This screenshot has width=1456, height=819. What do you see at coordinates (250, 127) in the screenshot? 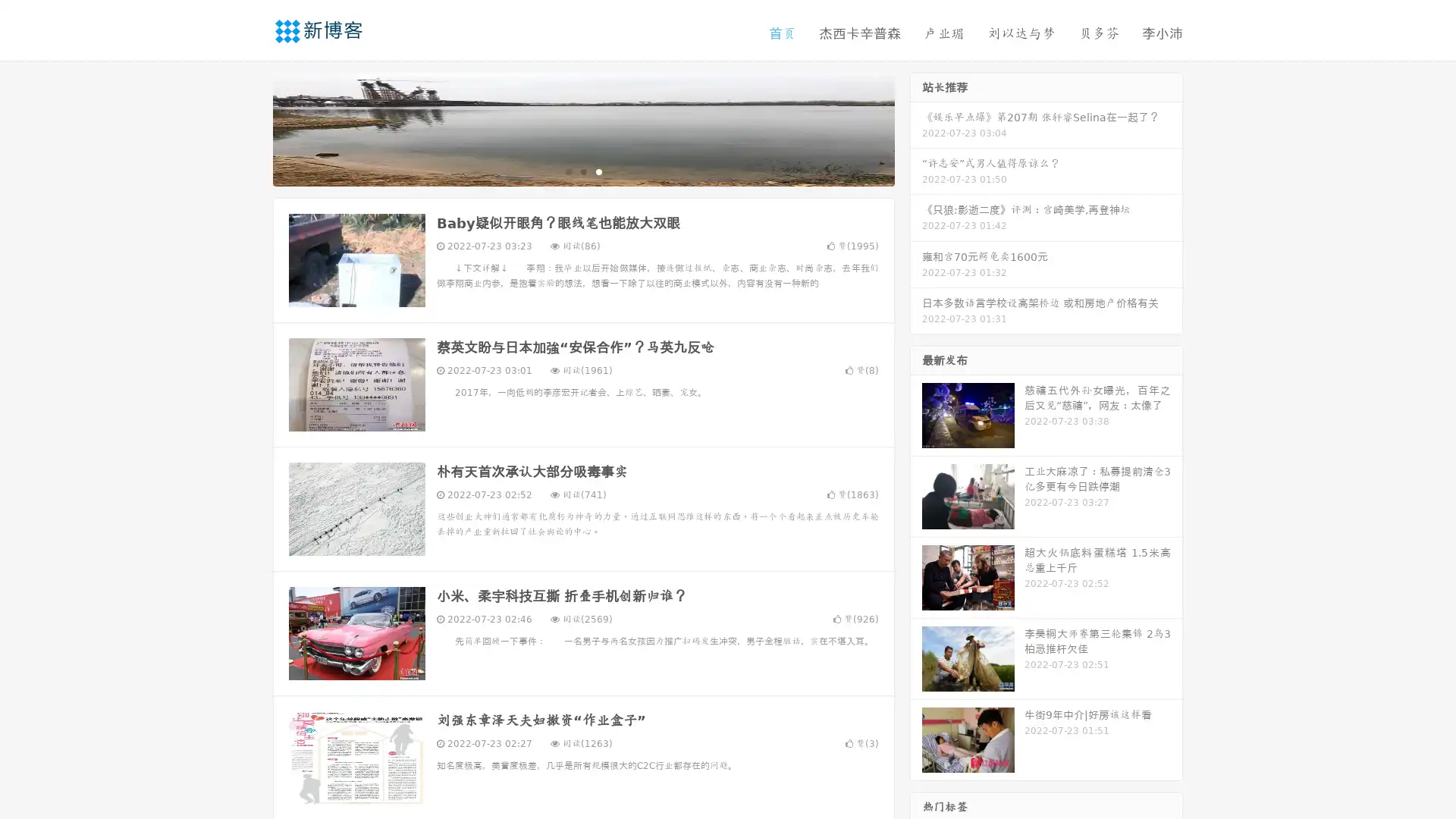
I see `Previous slide` at bounding box center [250, 127].